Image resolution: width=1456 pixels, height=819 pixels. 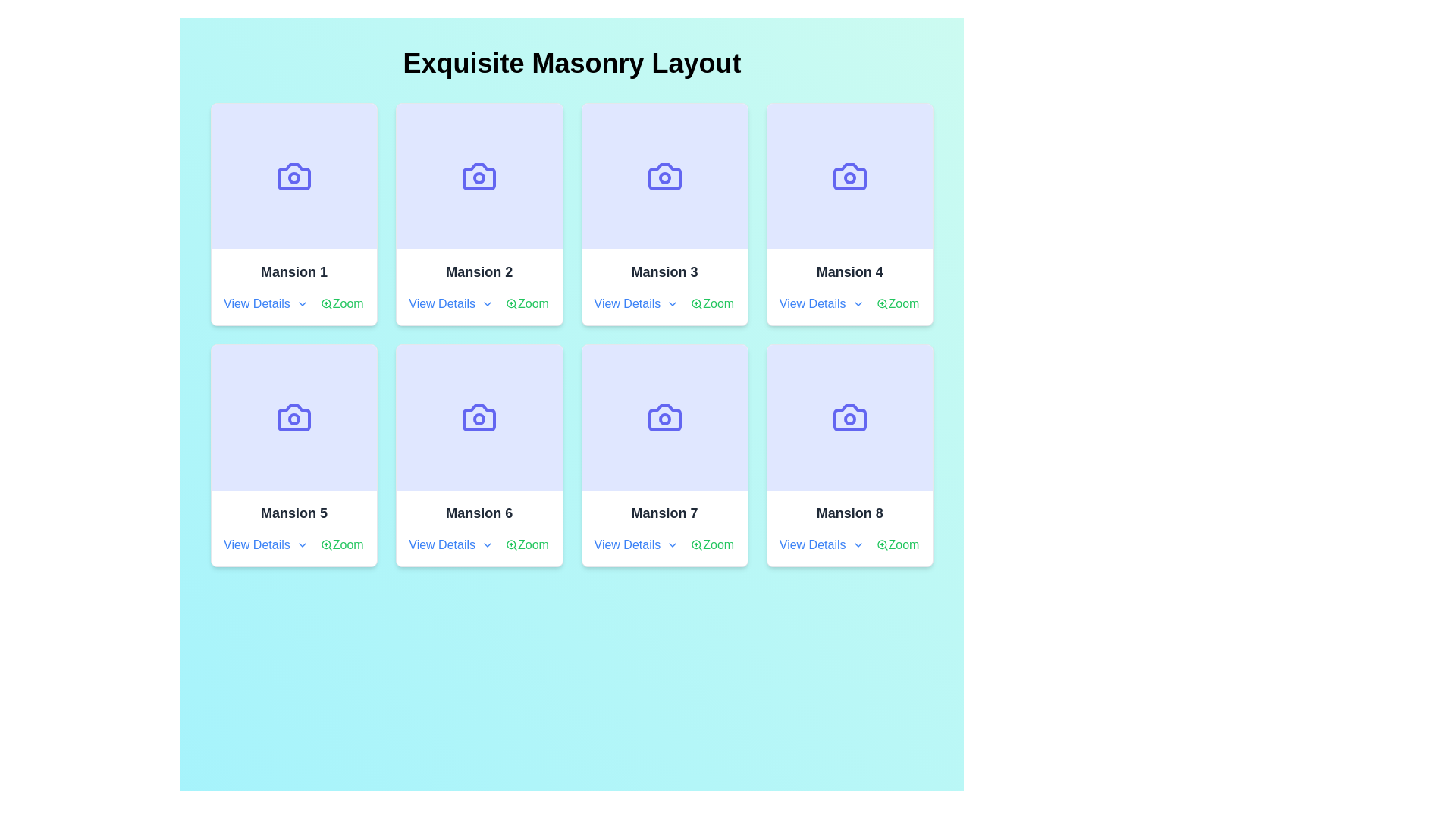 What do you see at coordinates (479, 175) in the screenshot?
I see `the violet/purple camera icon located in the second card of the grid layout titled 'Exquisite Masonry Layout'` at bounding box center [479, 175].